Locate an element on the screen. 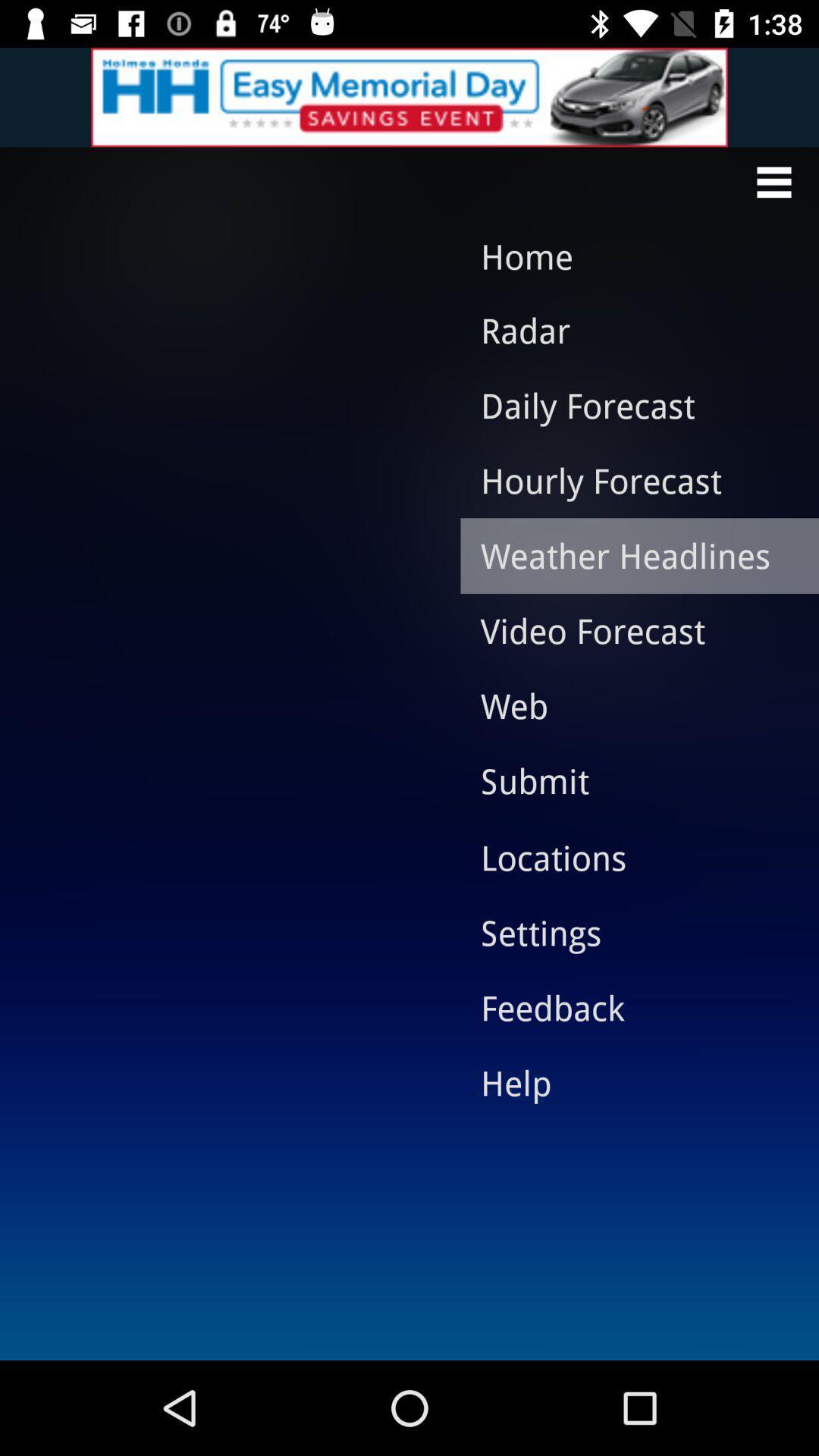  daily forecast item is located at coordinates (628, 405).